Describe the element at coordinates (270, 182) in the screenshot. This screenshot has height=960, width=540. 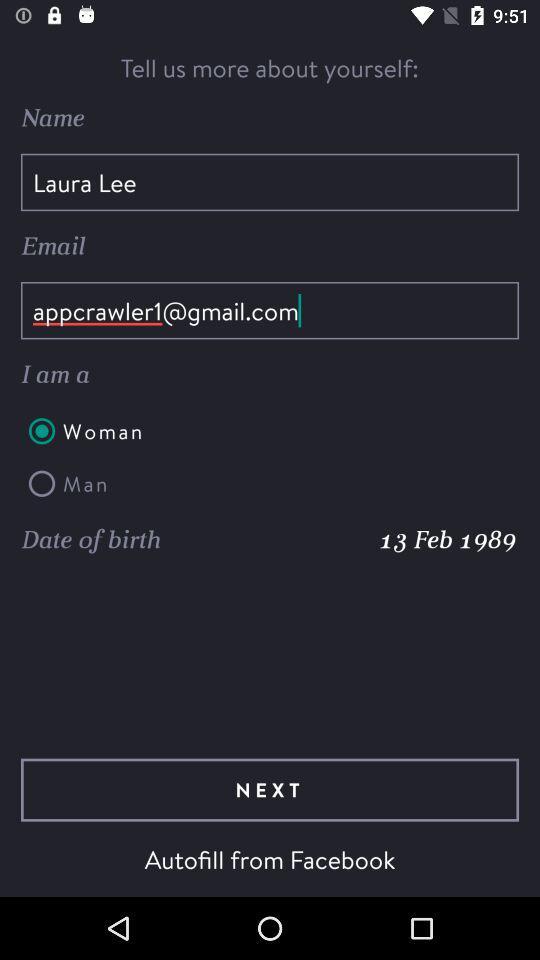
I see `the item below name icon` at that location.